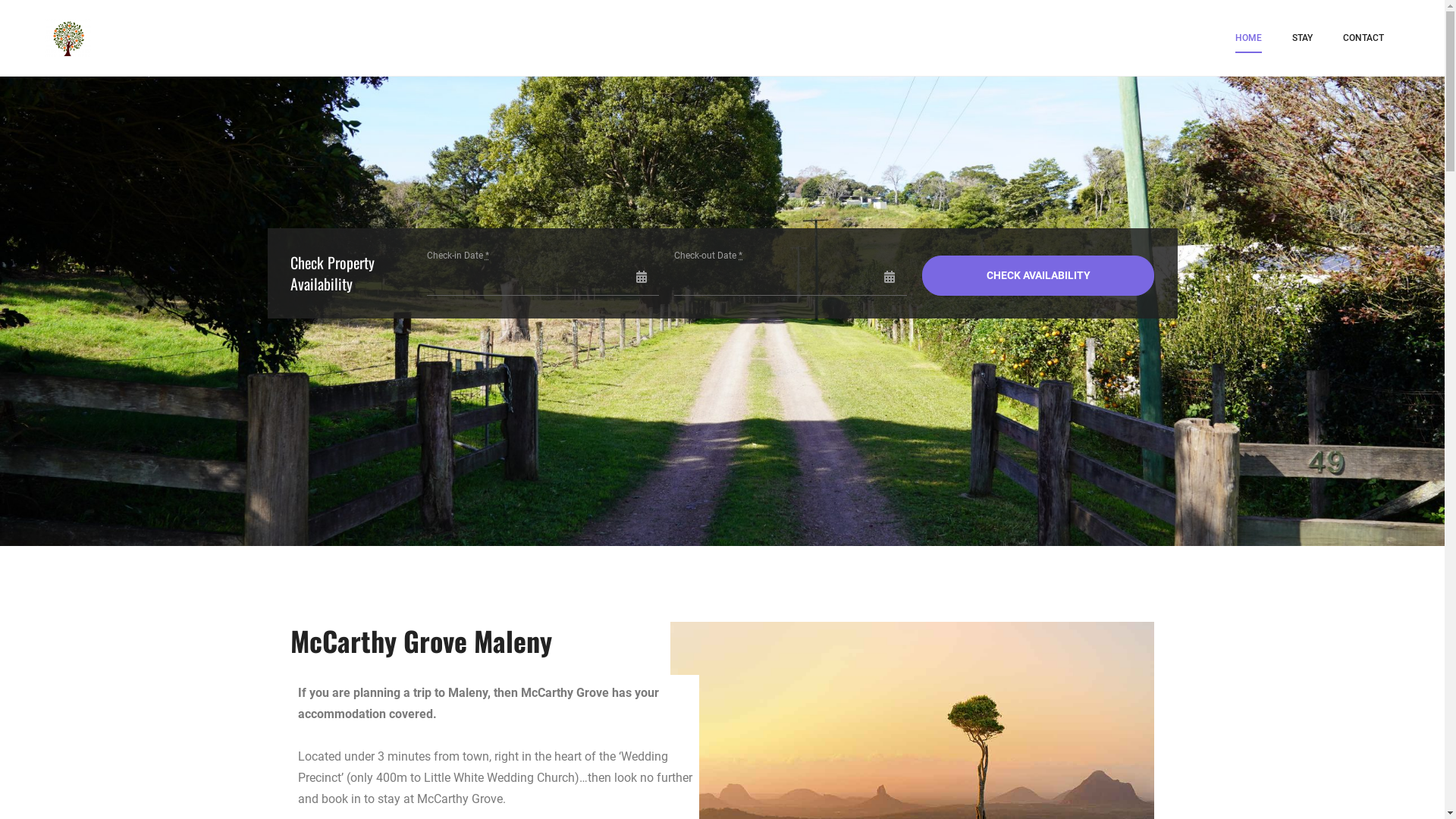 The width and height of the screenshot is (1456, 819). I want to click on 'STAY', so click(1291, 37).